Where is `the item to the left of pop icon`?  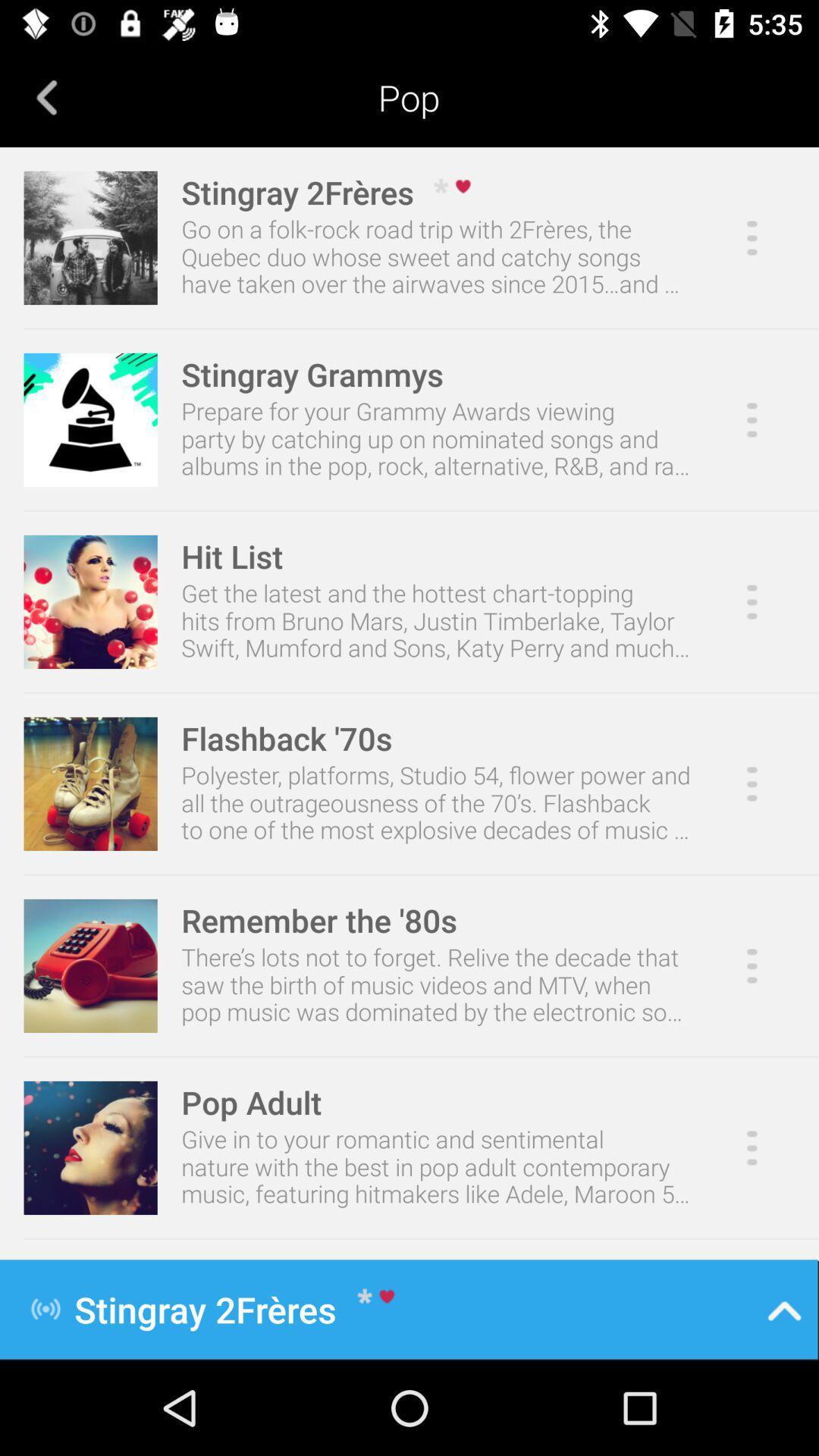
the item to the left of pop icon is located at coordinates (46, 96).